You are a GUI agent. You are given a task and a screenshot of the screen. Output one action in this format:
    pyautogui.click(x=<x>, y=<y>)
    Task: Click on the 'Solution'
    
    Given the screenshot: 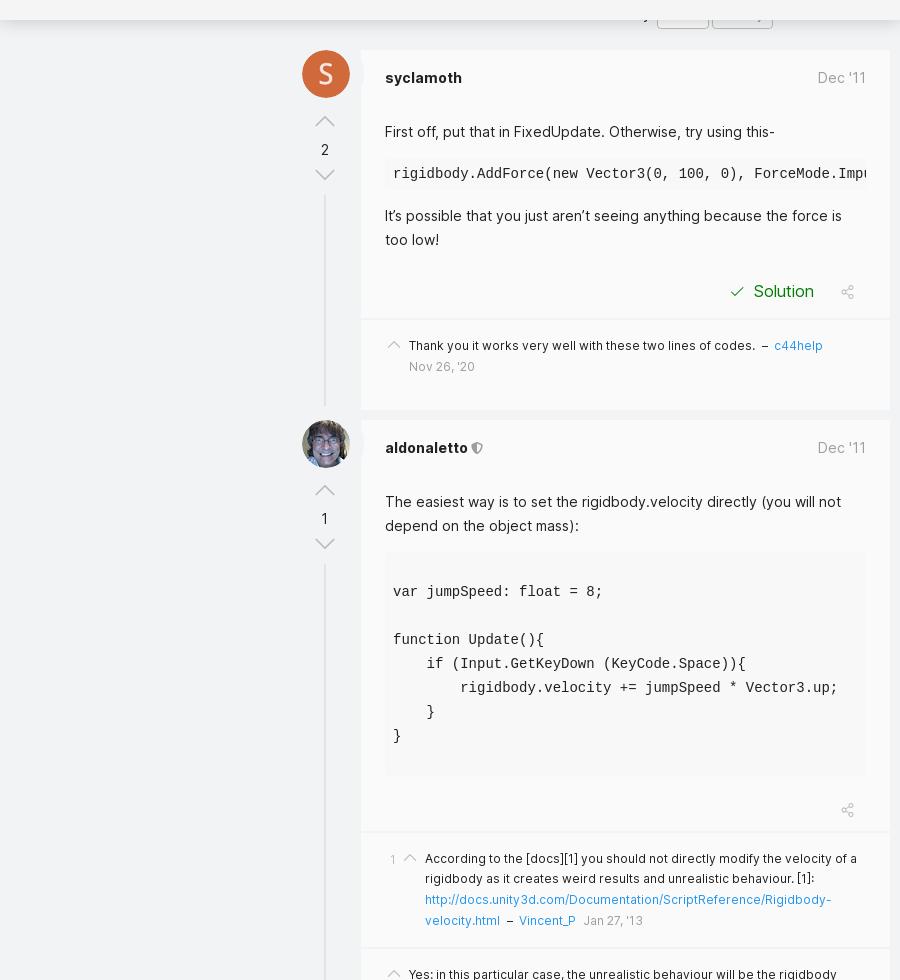 What is the action you would take?
    pyautogui.click(x=782, y=290)
    